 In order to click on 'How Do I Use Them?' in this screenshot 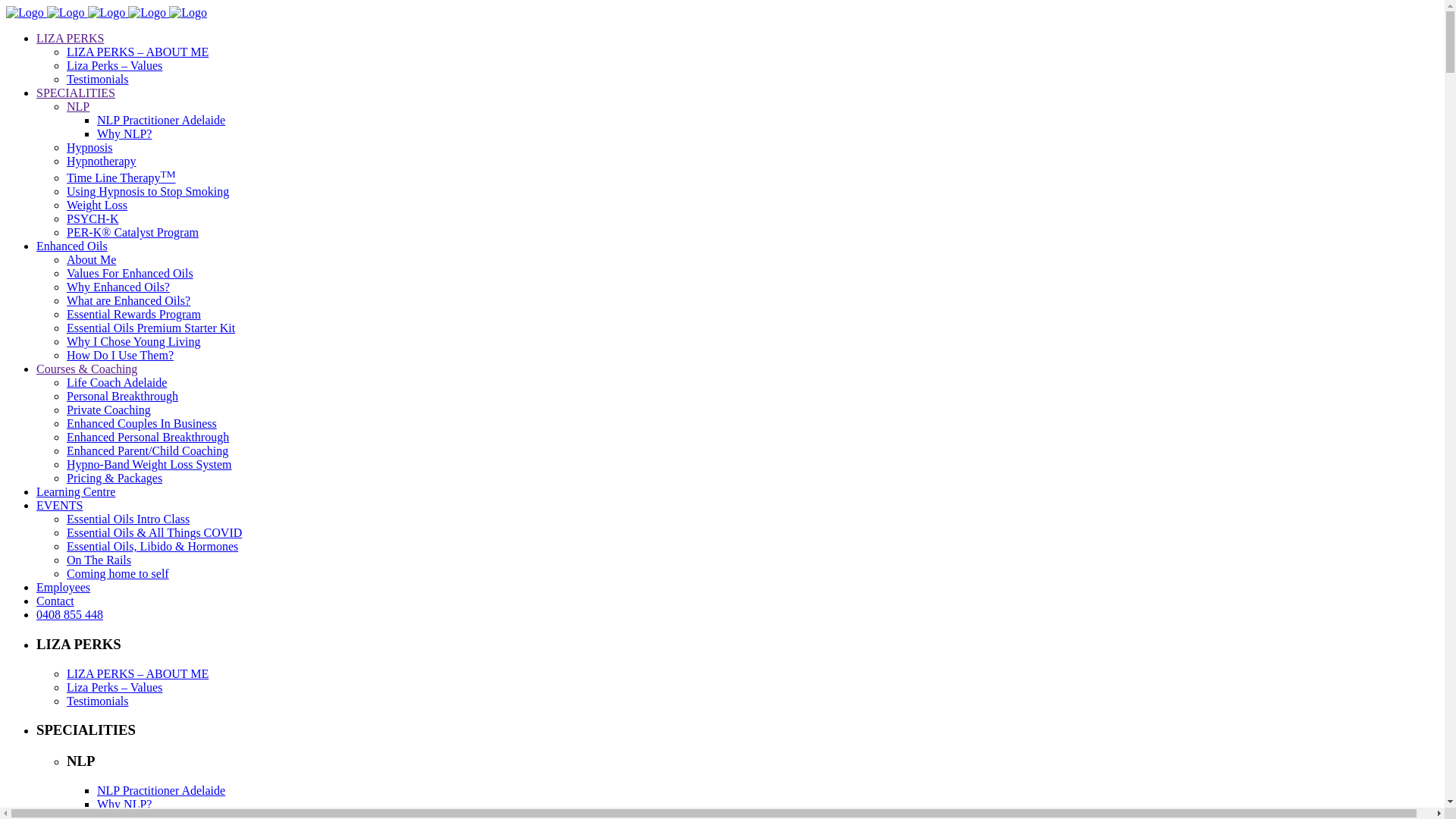, I will do `click(119, 355)`.